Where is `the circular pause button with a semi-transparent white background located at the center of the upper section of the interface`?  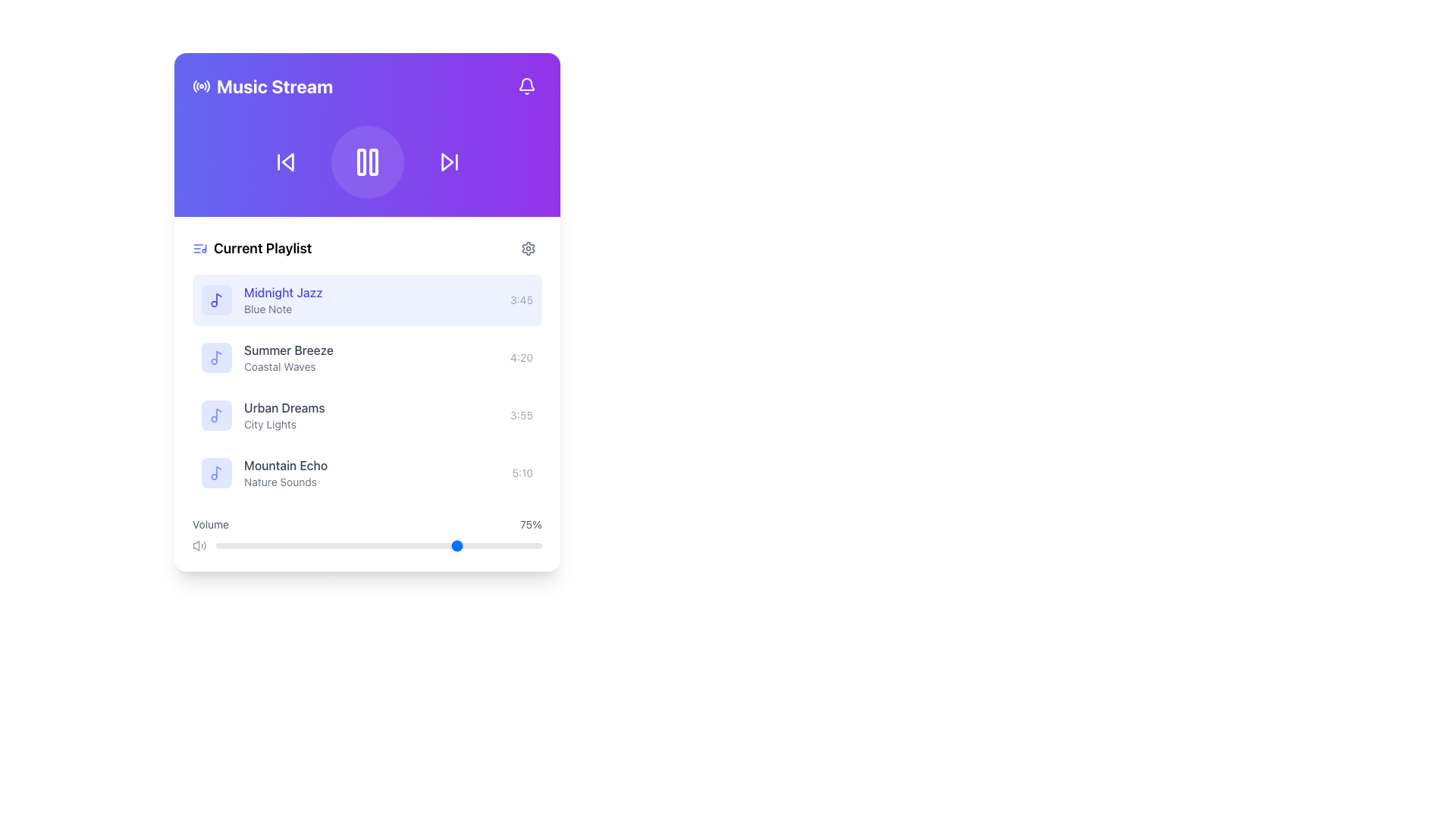 the circular pause button with a semi-transparent white background located at the center of the upper section of the interface is located at coordinates (367, 162).